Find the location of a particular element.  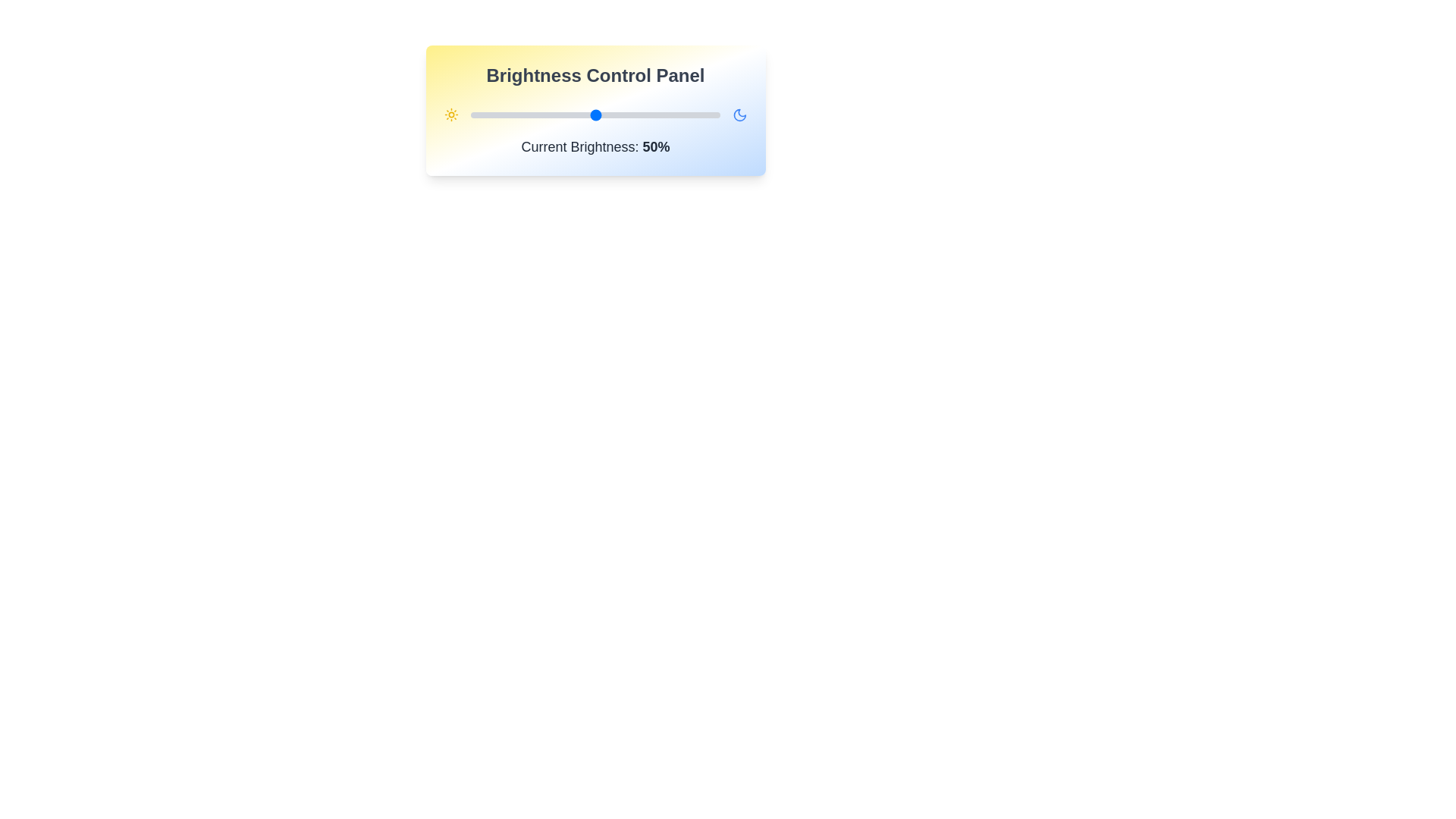

the informational text label that displays the current brightness level as 'Current Brightness: 50%', styled in grayish color with the percentage in bold, located at the bottom of the brightness control panel is located at coordinates (595, 146).